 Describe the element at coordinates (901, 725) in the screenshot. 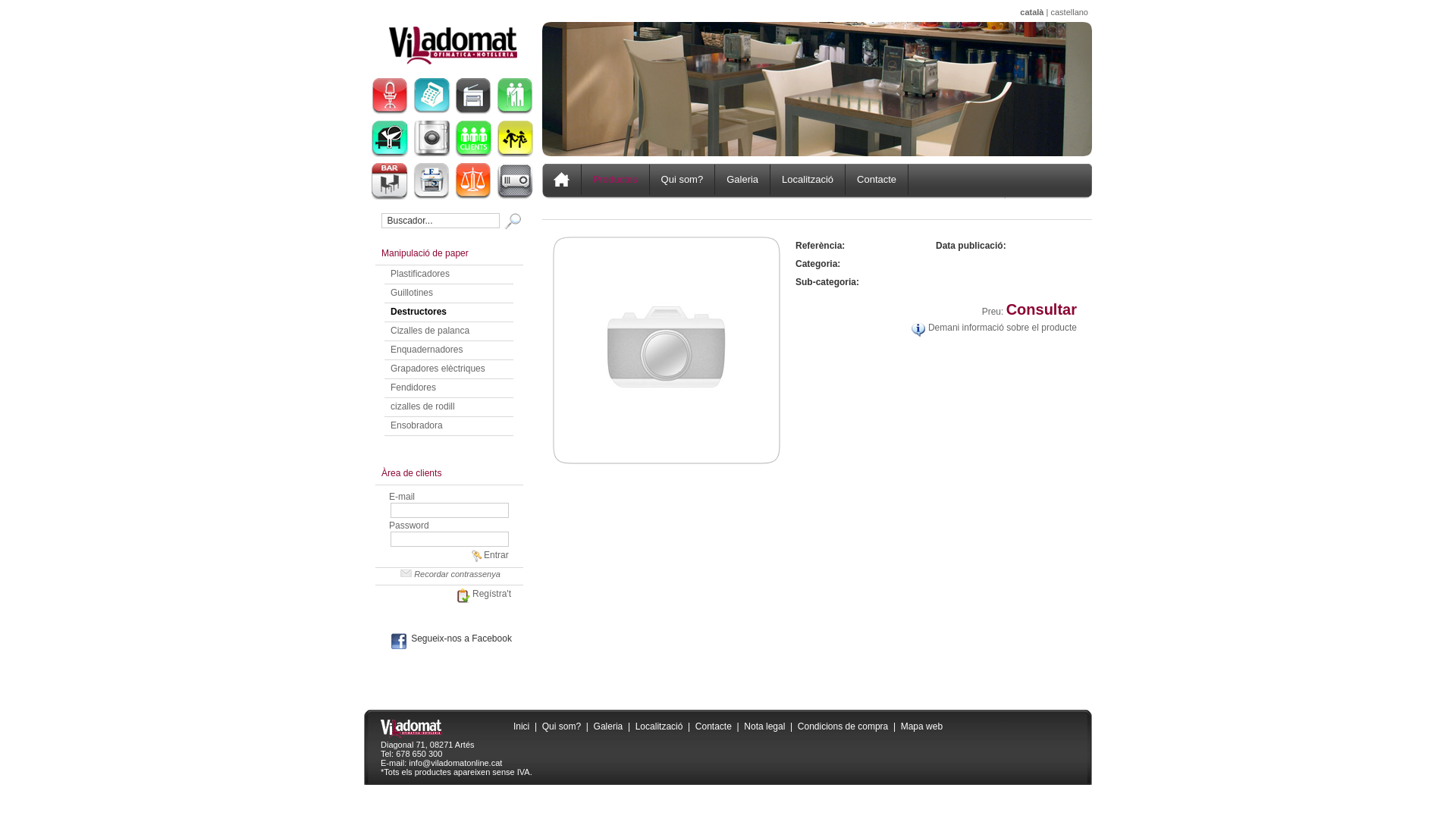

I see `'Mapa web'` at that location.